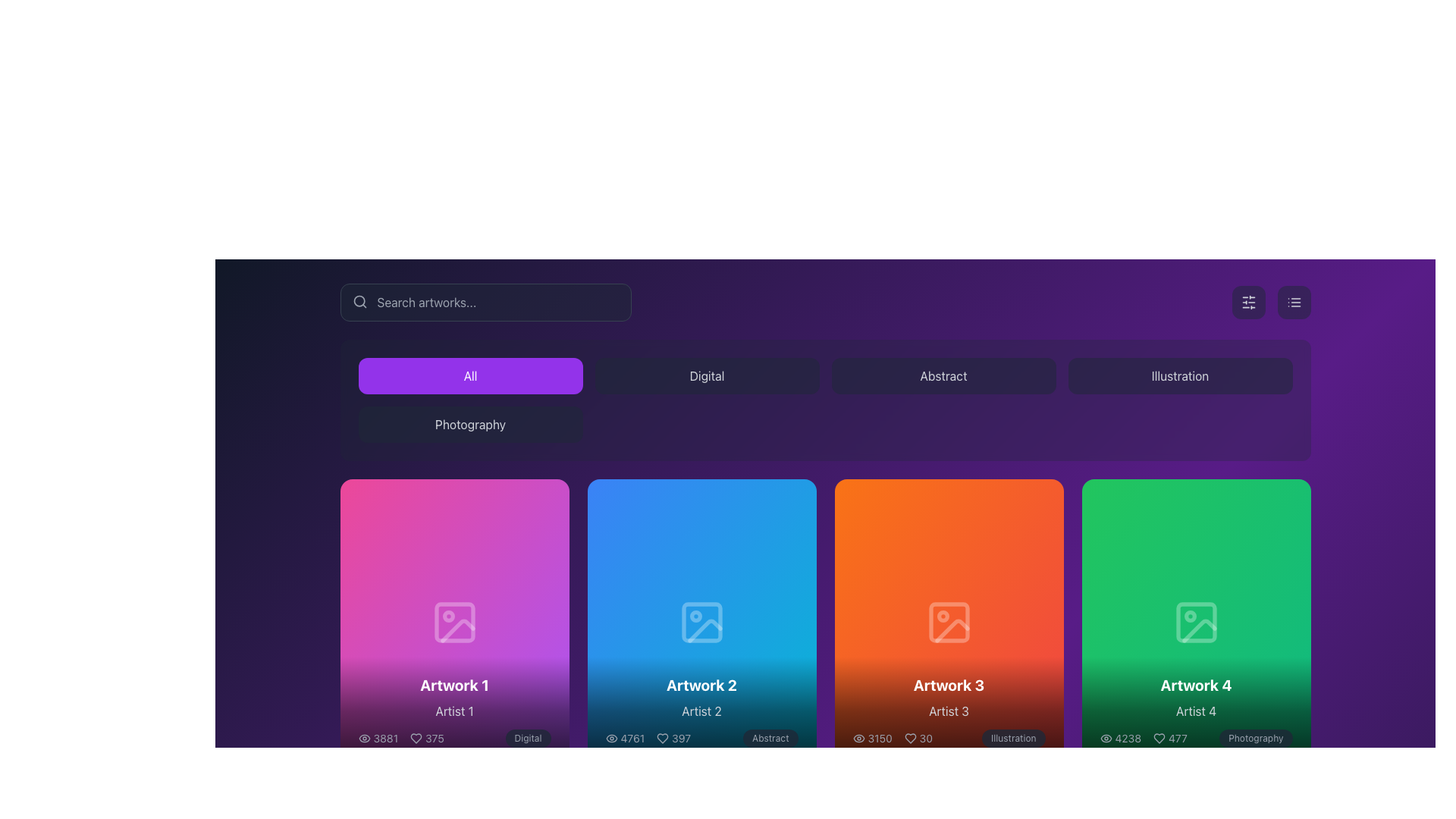 The width and height of the screenshot is (1456, 819). I want to click on the icon button located in the top-right corner of the interface, so click(1293, 302).